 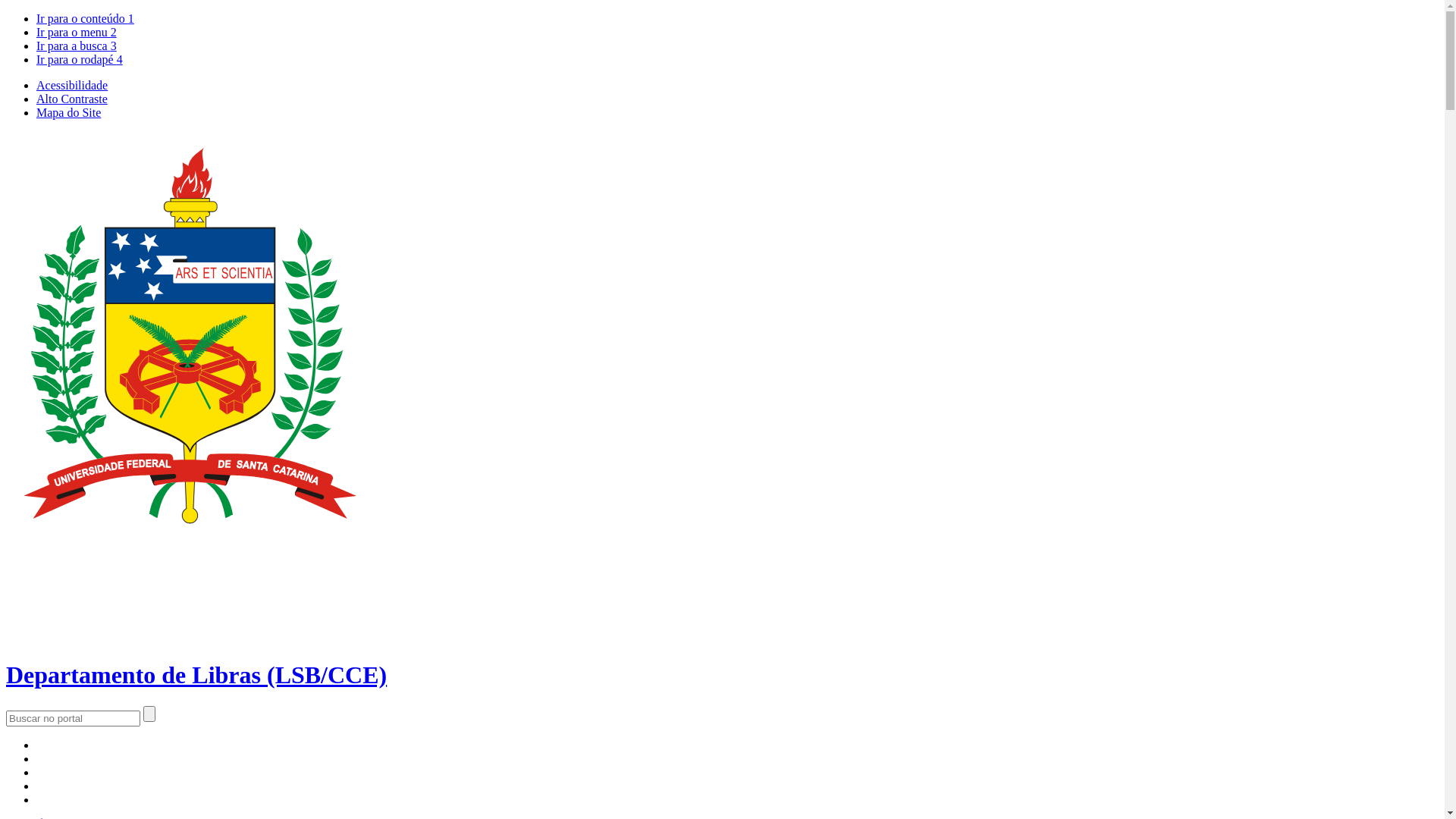 I want to click on 'Acessibilidade', so click(x=36, y=85).